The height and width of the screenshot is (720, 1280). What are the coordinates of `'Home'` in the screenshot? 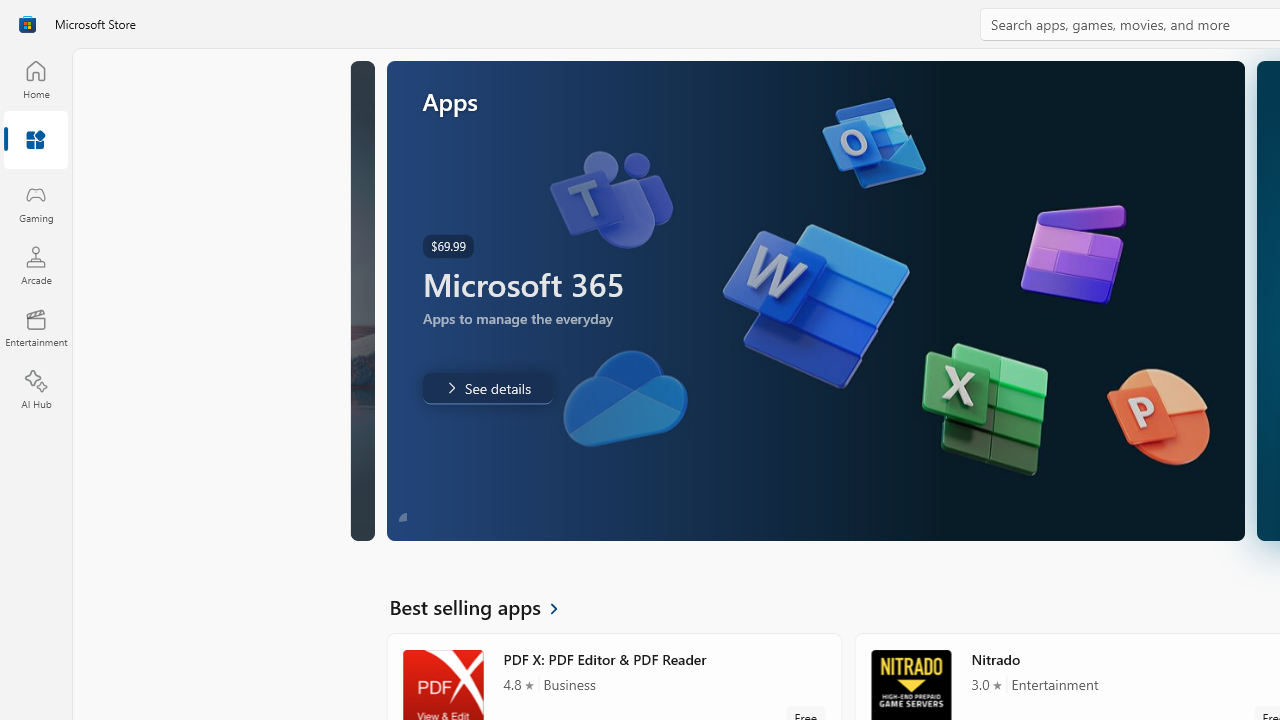 It's located at (35, 78).